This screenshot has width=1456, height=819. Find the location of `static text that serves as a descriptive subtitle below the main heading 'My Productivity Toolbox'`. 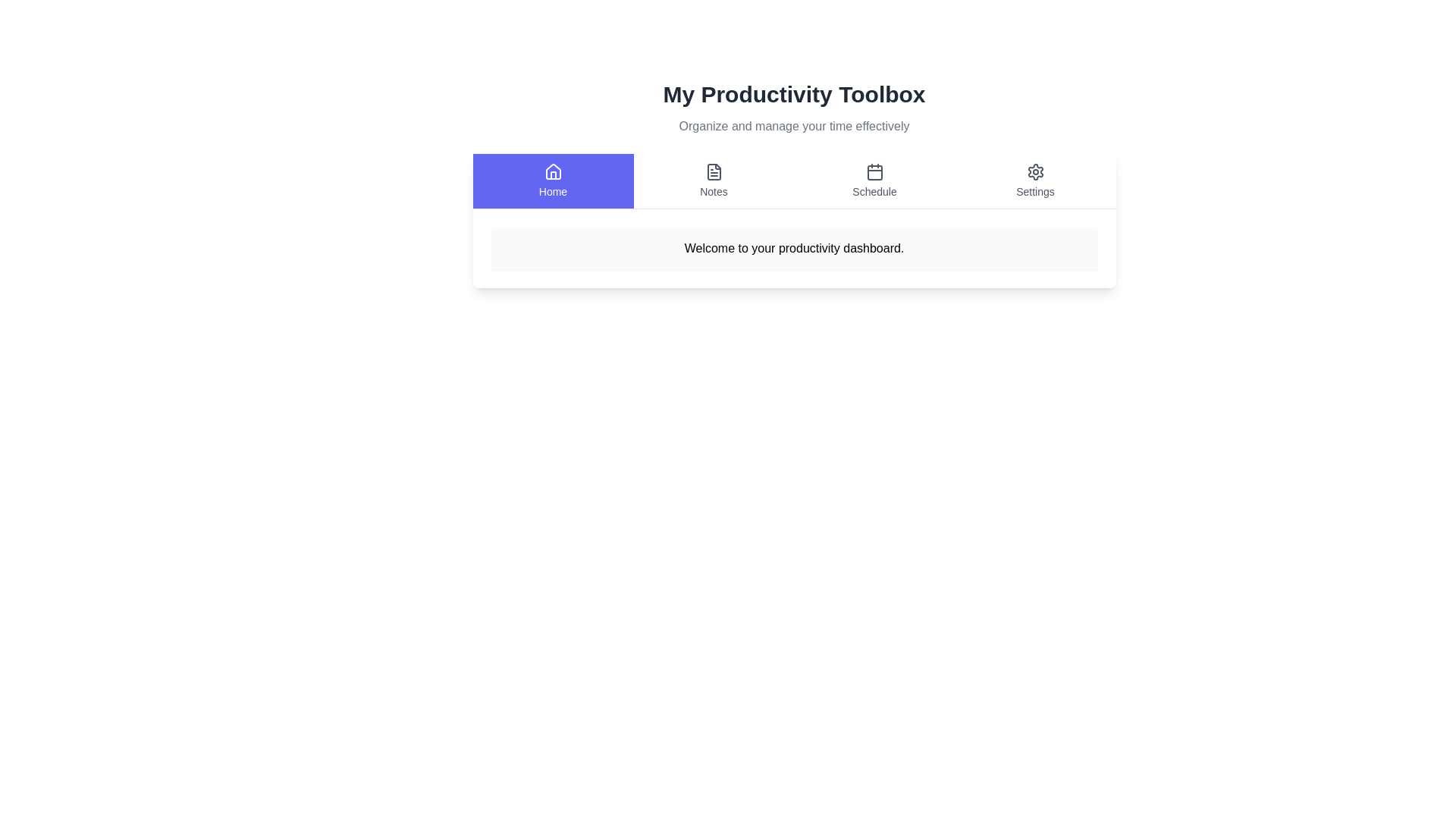

static text that serves as a descriptive subtitle below the main heading 'My Productivity Toolbox' is located at coordinates (793, 125).